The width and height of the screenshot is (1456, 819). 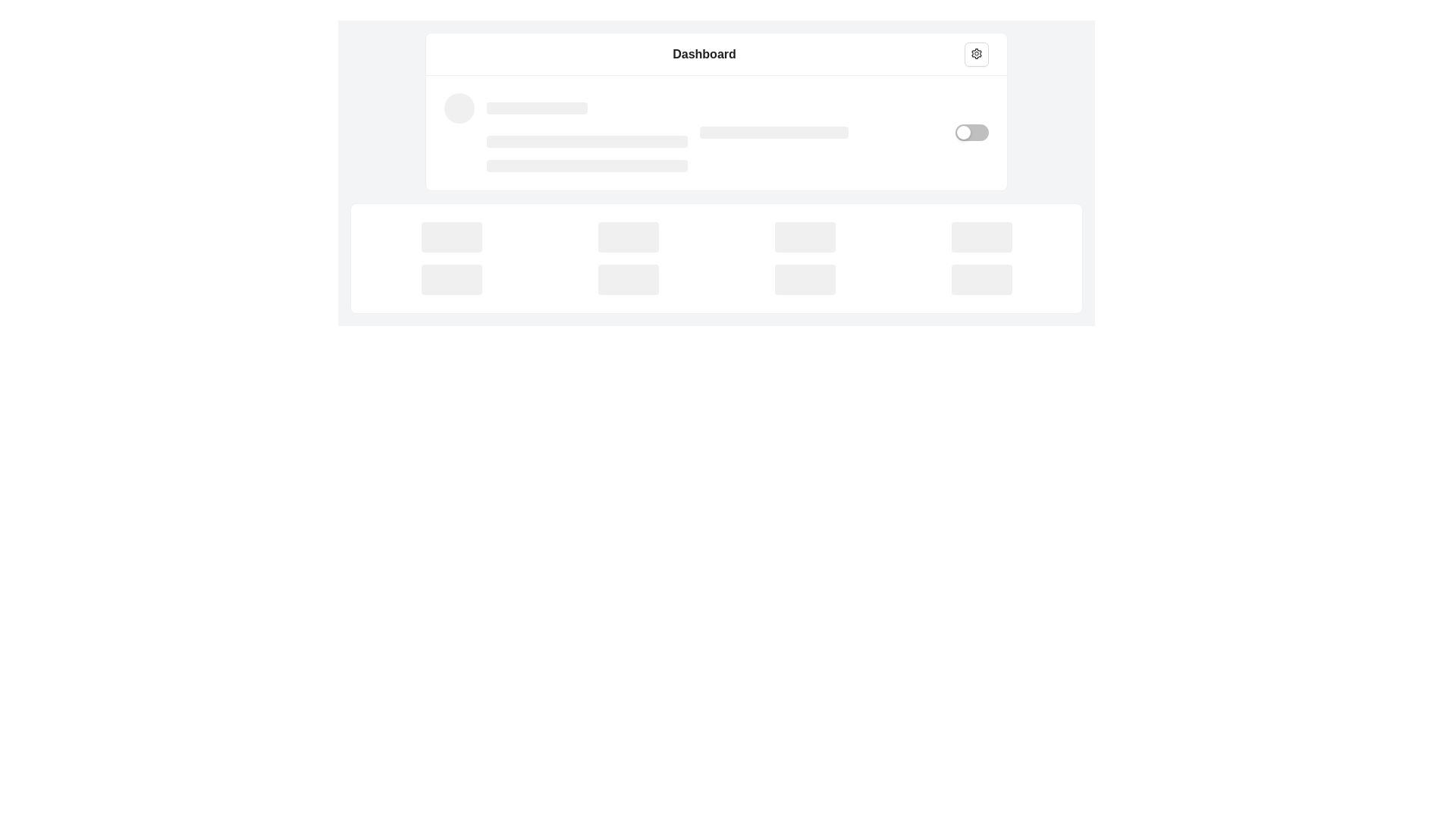 What do you see at coordinates (976, 53) in the screenshot?
I see `the settings gear icon located in the top-right corner of the interface, near the title 'Dashboard'` at bounding box center [976, 53].